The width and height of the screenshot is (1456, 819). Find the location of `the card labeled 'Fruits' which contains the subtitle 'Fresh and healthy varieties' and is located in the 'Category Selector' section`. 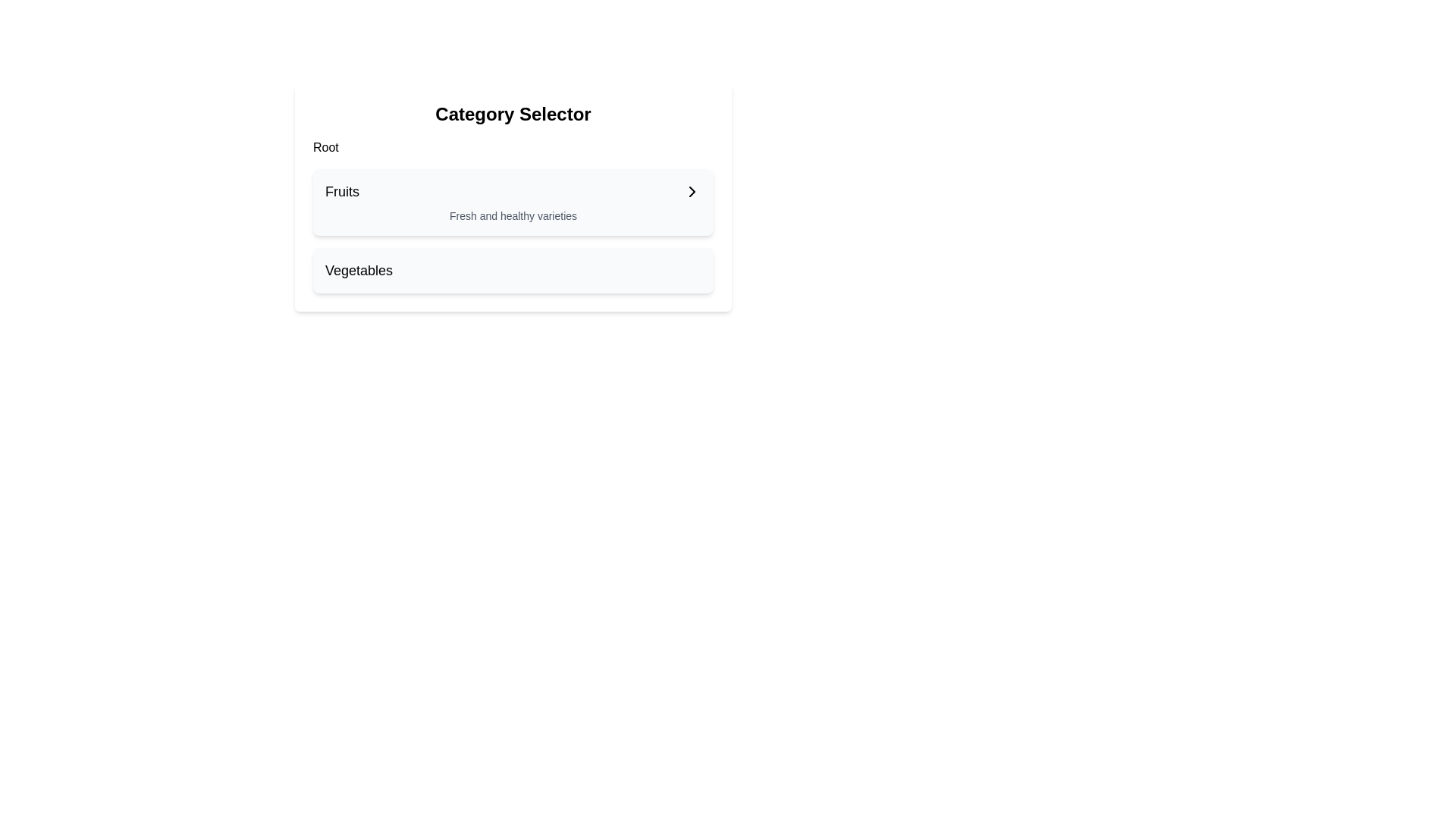

the card labeled 'Fruits' which contains the subtitle 'Fresh and healthy varieties' and is located in the 'Category Selector' section is located at coordinates (513, 231).